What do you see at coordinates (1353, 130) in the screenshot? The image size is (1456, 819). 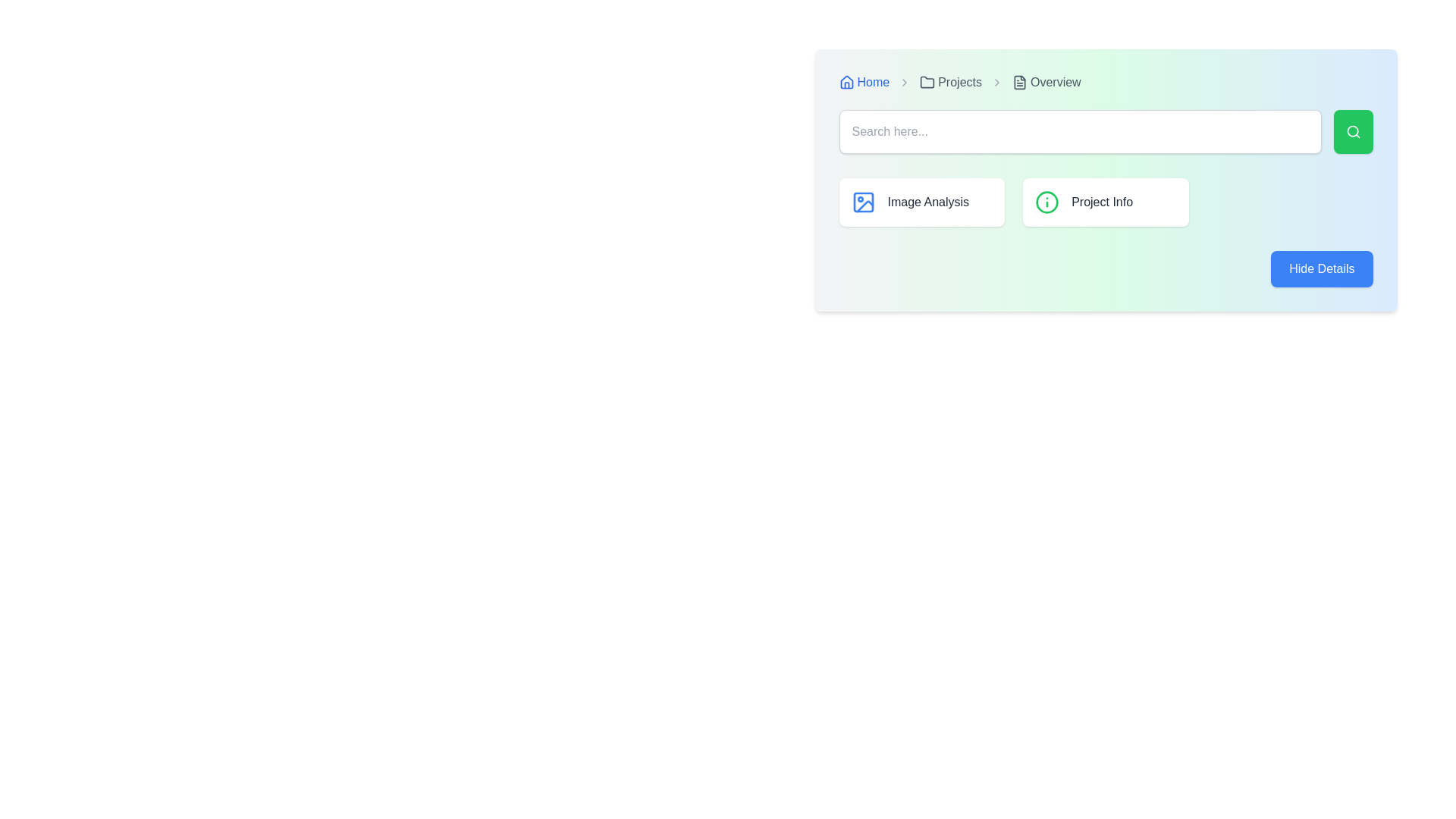 I see `the small rectangular button with a green background and a white search icon, located to the right of the 'Search here...' text input field, to change its background color` at bounding box center [1353, 130].